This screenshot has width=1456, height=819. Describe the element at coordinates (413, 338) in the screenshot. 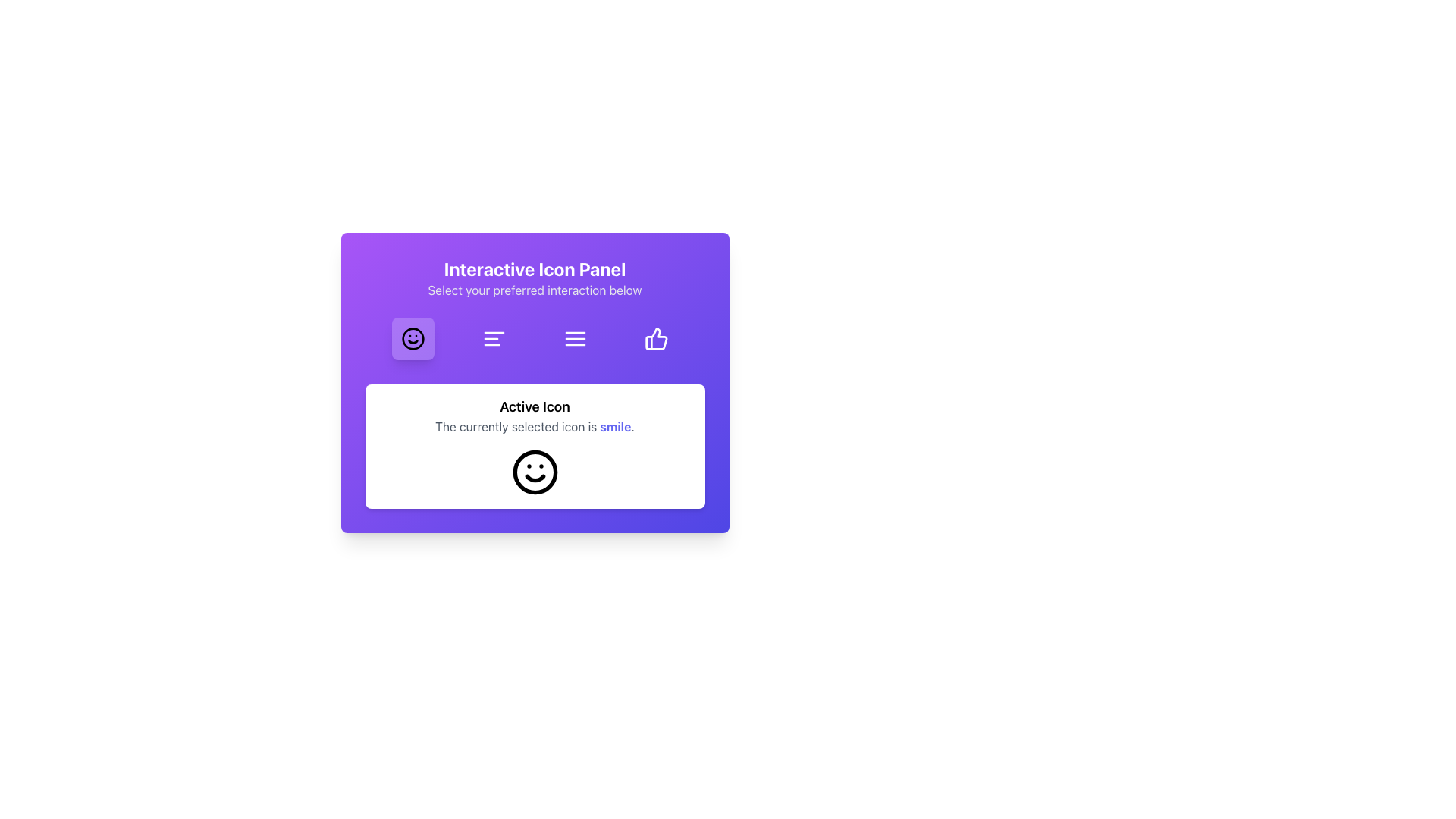

I see `the leftmost rounded button displaying a smiley face icon` at that location.